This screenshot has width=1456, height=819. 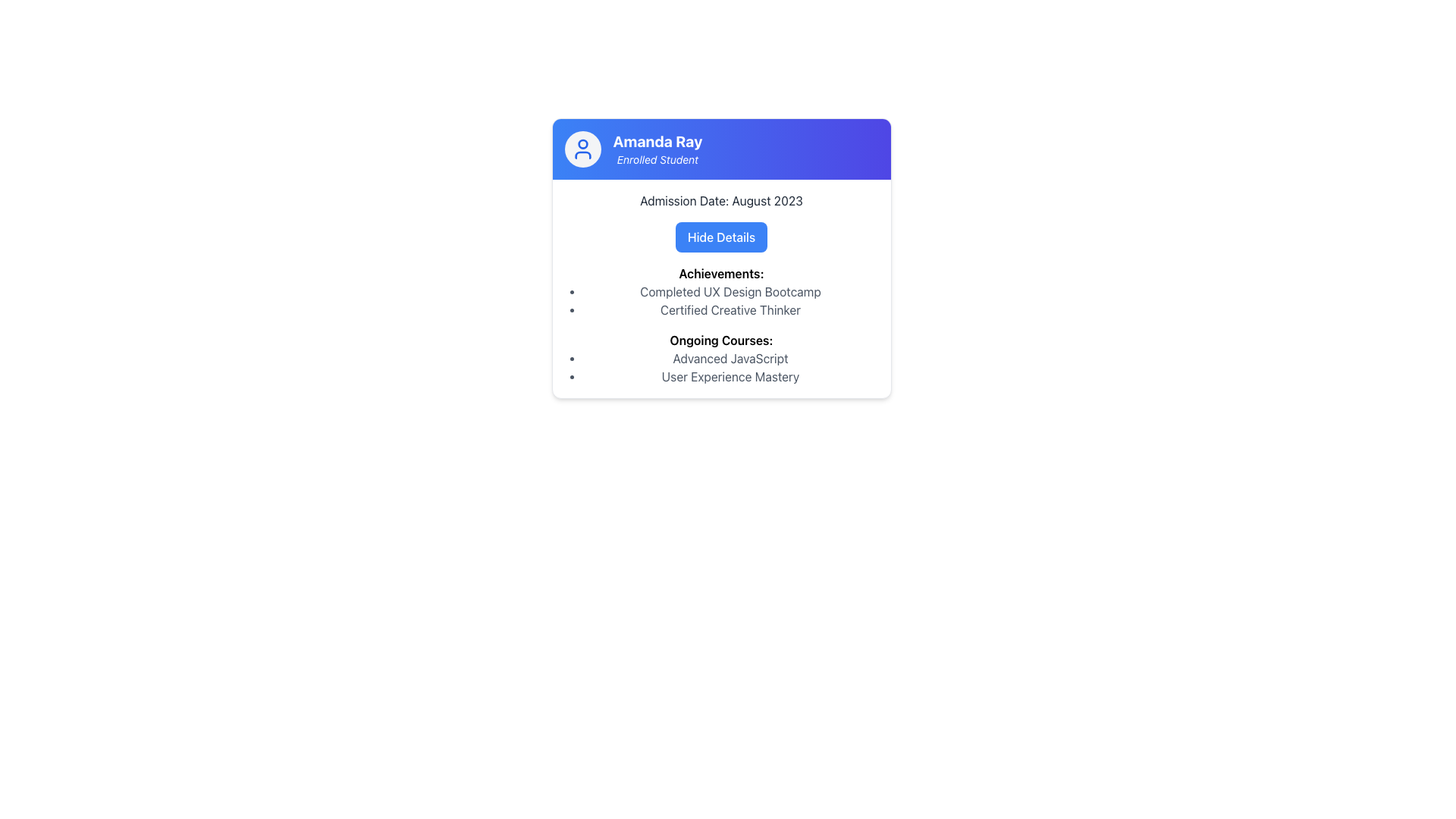 What do you see at coordinates (720, 359) in the screenshot?
I see `the 'Ongoing Courses:' text display block to emphasize the content, which includes the heading and bullet-pointed list of courses` at bounding box center [720, 359].